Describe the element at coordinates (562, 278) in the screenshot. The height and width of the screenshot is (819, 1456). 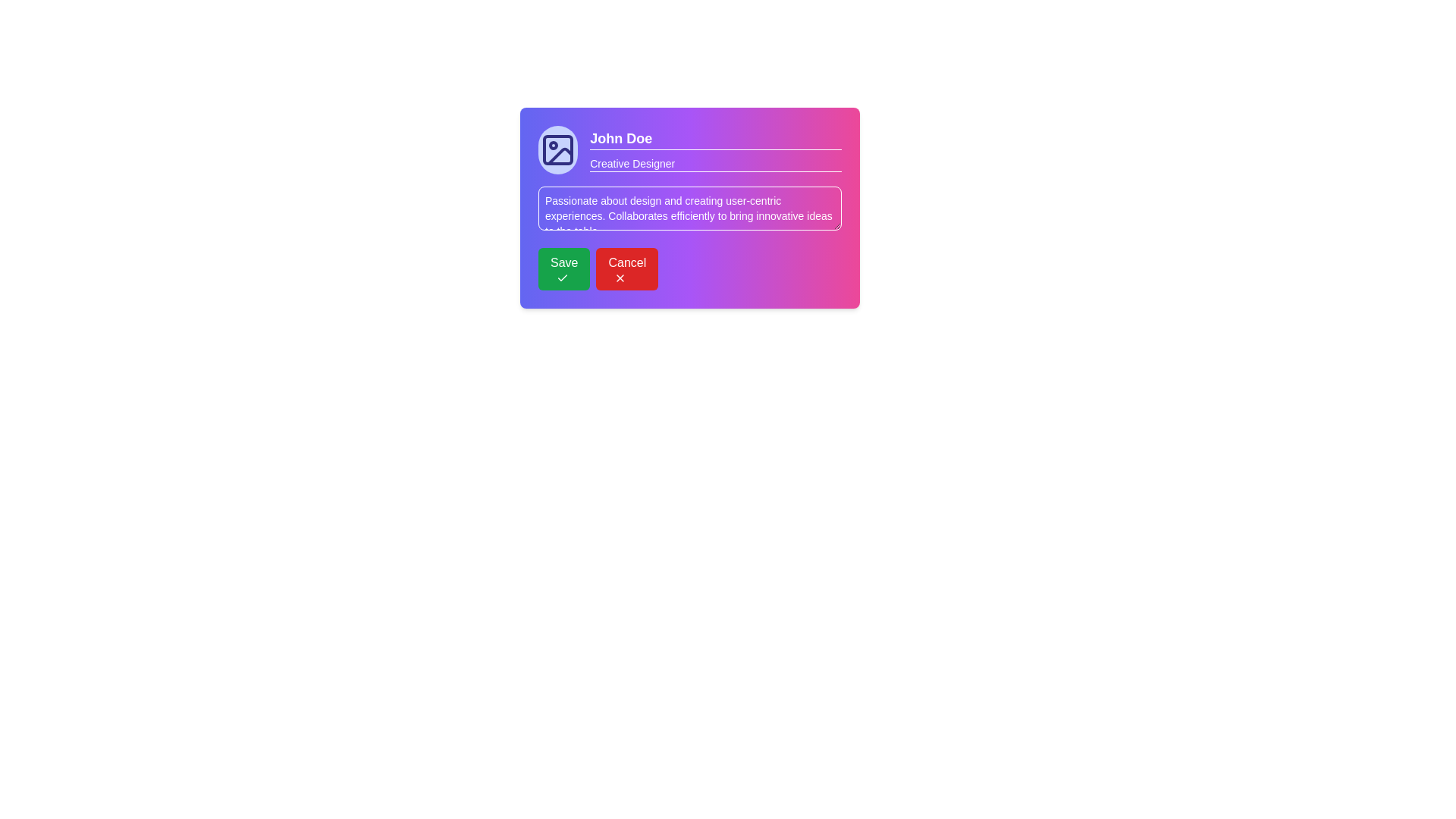
I see `the affirmative action icon located within the green 'Save' button at the bottom-left of the modal` at that location.